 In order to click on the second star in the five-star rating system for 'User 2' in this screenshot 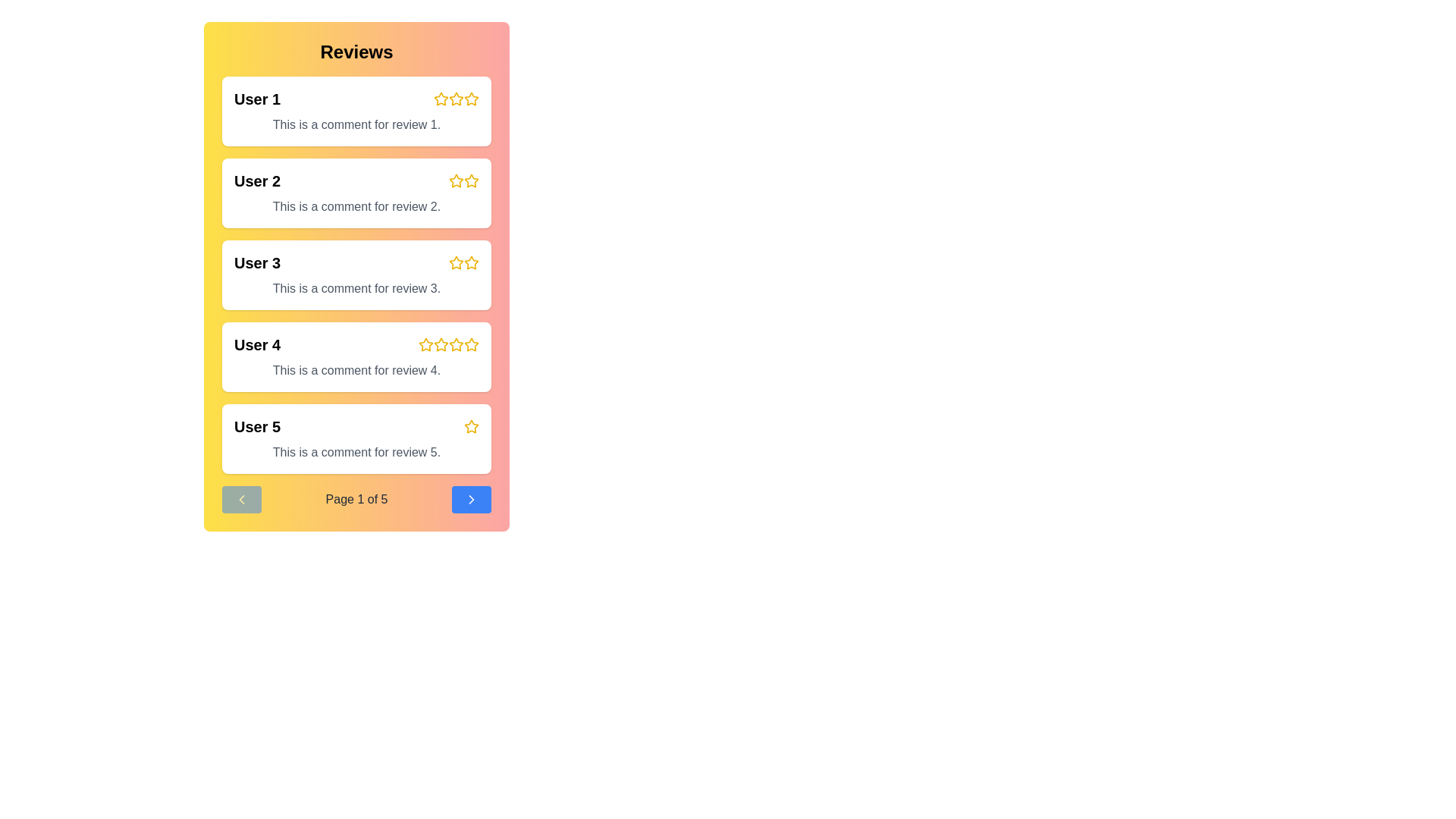, I will do `click(471, 180)`.